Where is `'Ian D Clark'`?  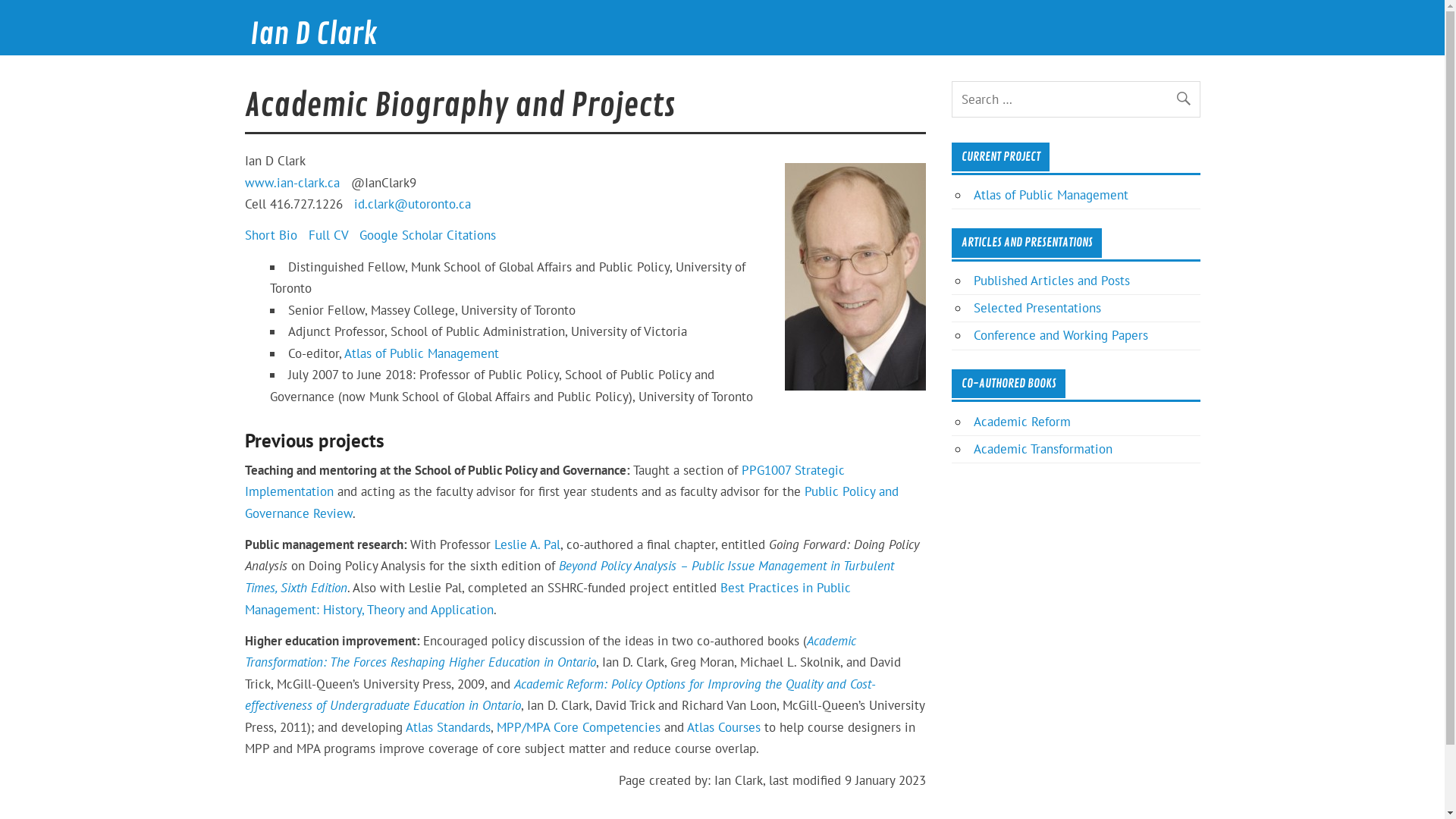 'Ian D Clark' is located at coordinates (312, 34).